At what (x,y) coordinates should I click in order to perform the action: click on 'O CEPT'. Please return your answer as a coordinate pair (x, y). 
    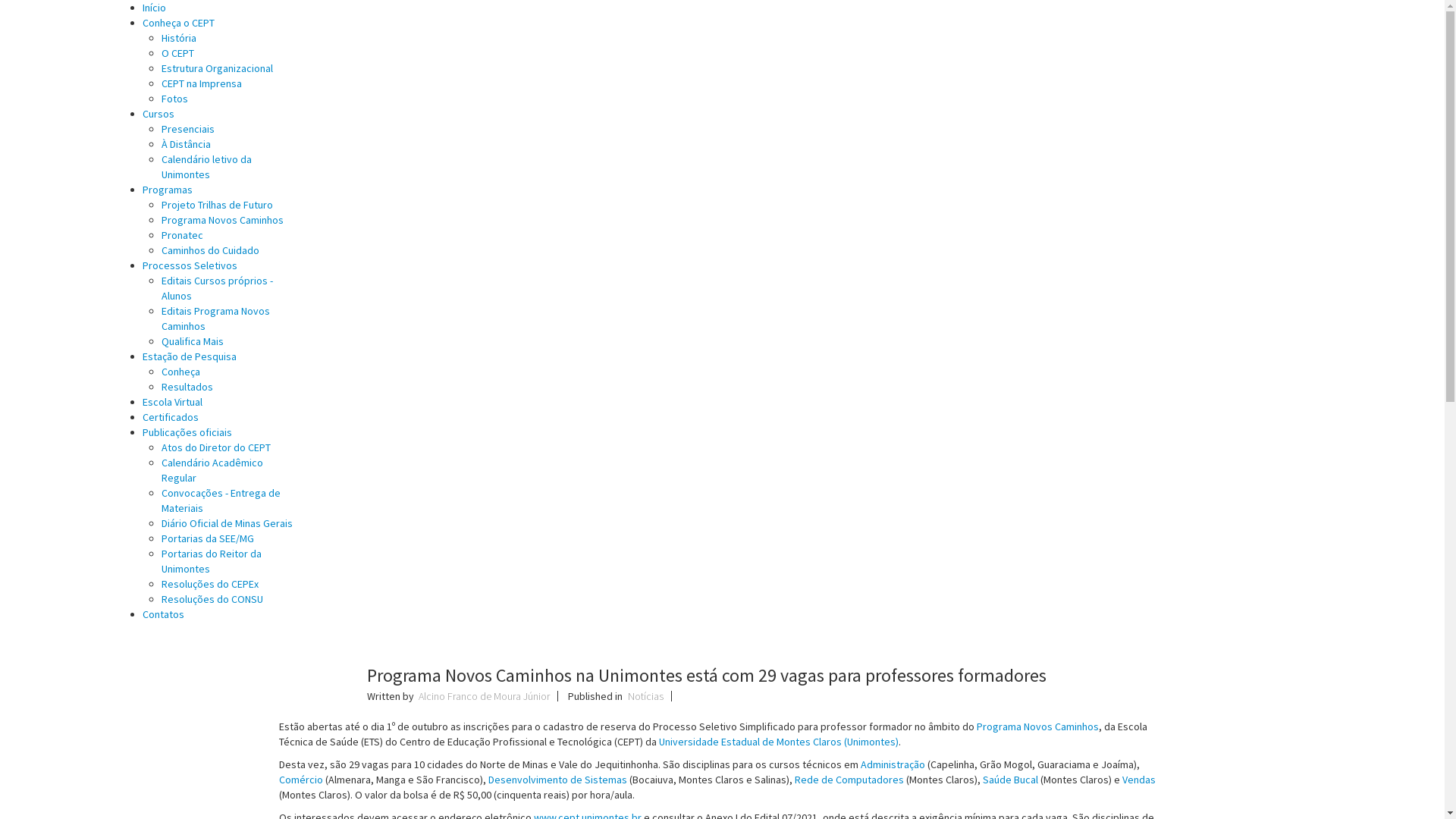
    Looking at the image, I should click on (161, 52).